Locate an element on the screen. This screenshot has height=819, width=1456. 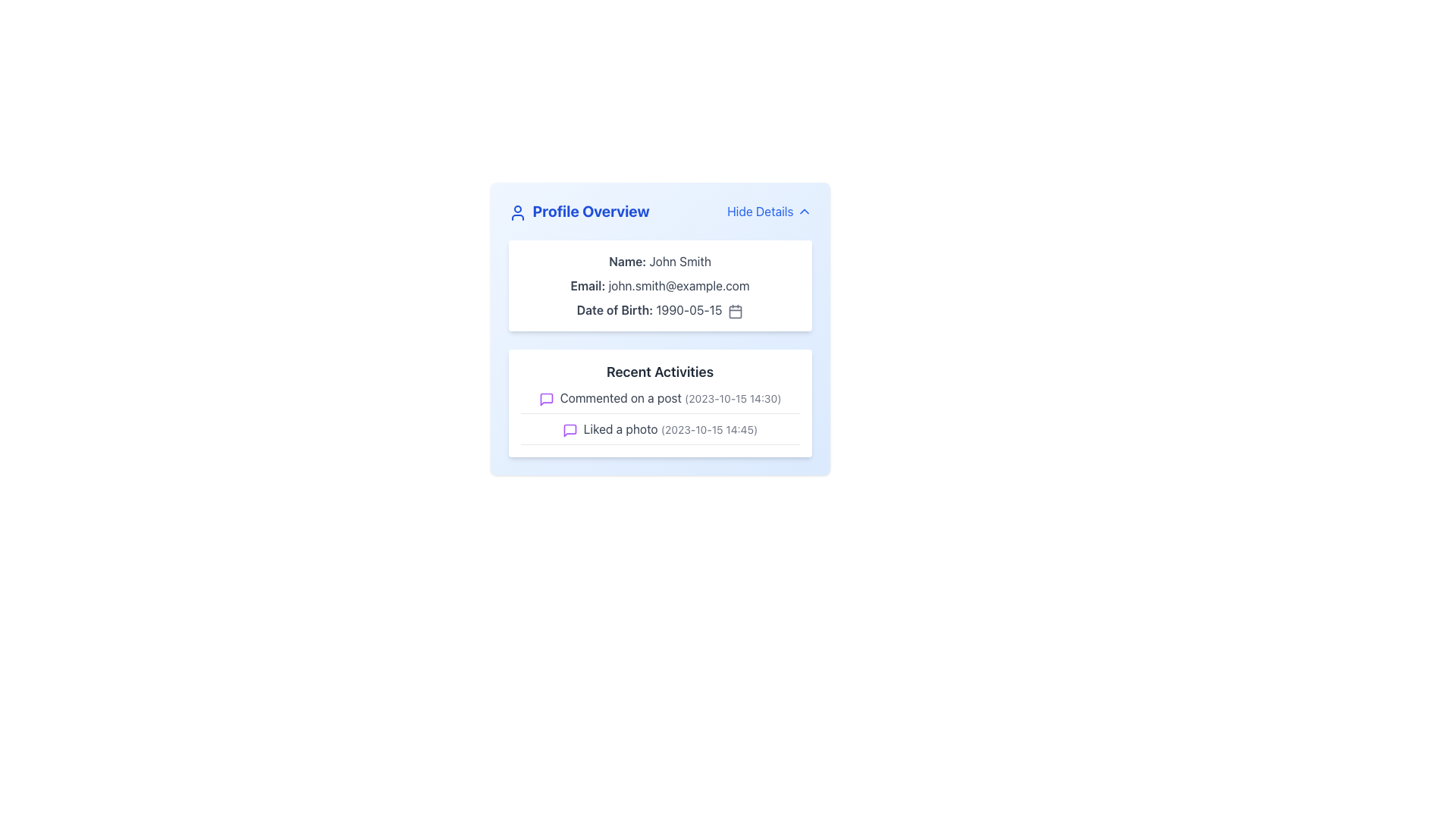
the text label that describes the user's full name, located in the first section of the profile card, positioned to the left of 'John Smith' is located at coordinates (627, 260).